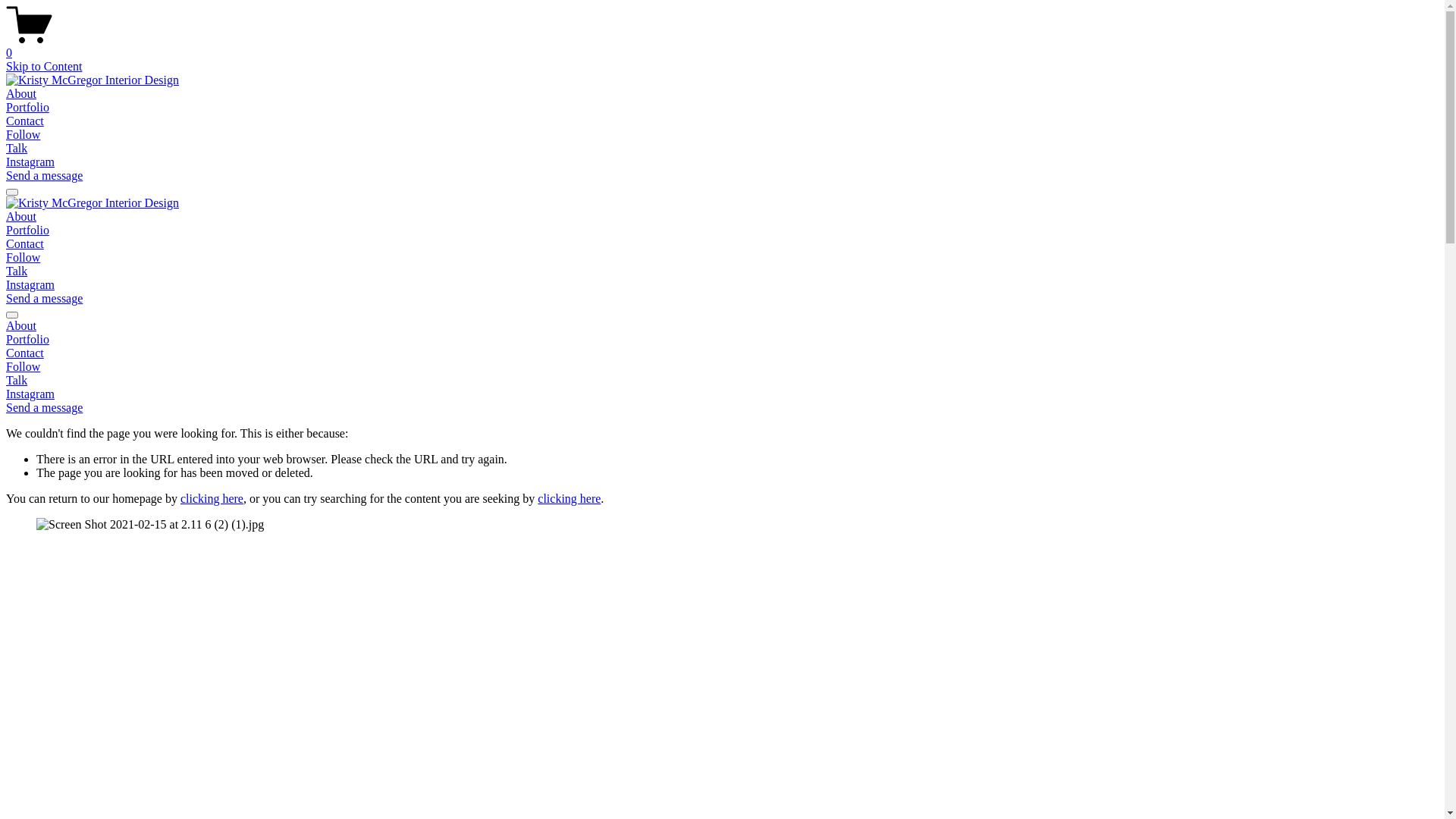 The image size is (1456, 819). I want to click on 'Talk', so click(17, 148).